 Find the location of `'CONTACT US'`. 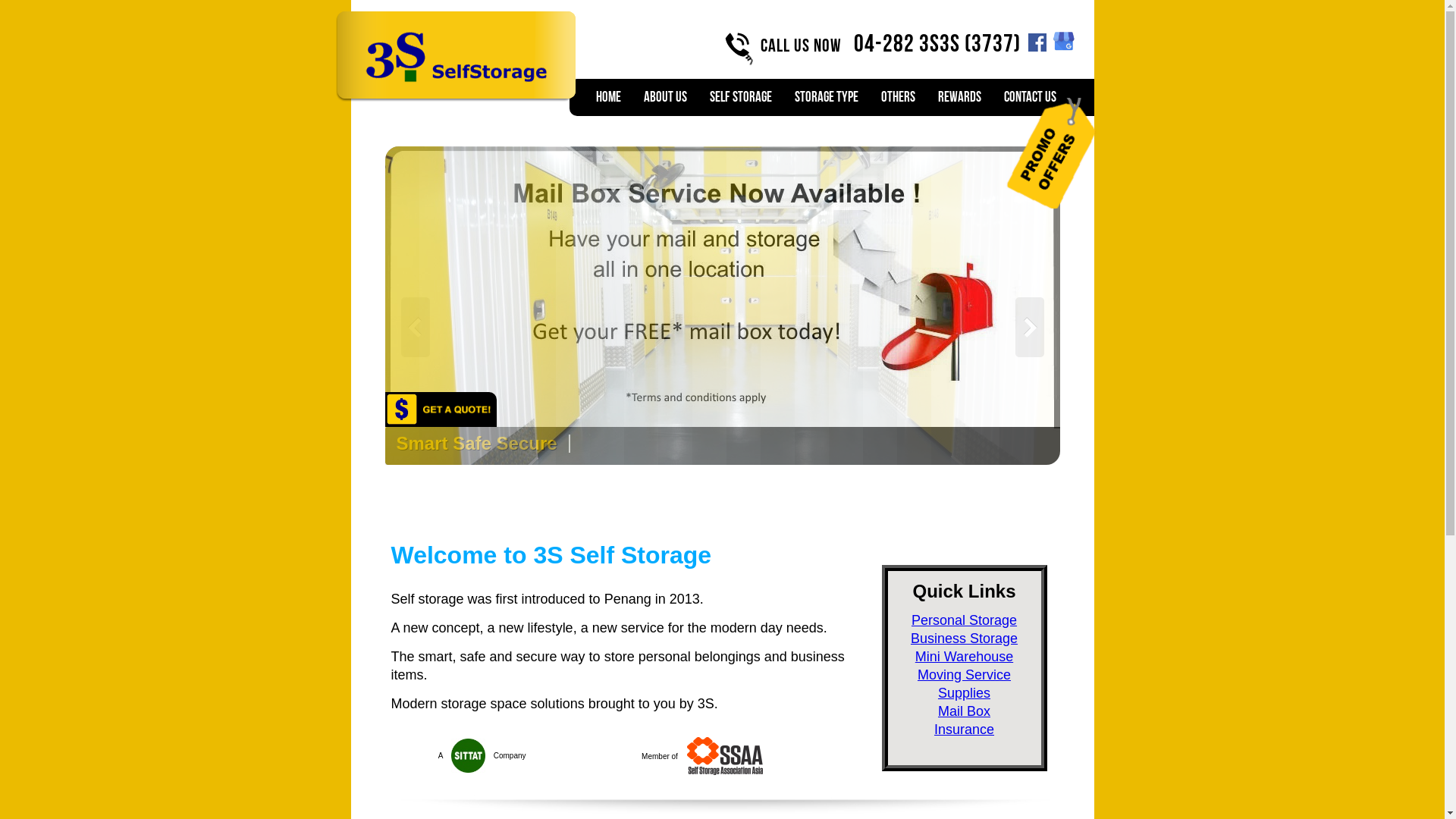

'CONTACT US' is located at coordinates (1030, 97).